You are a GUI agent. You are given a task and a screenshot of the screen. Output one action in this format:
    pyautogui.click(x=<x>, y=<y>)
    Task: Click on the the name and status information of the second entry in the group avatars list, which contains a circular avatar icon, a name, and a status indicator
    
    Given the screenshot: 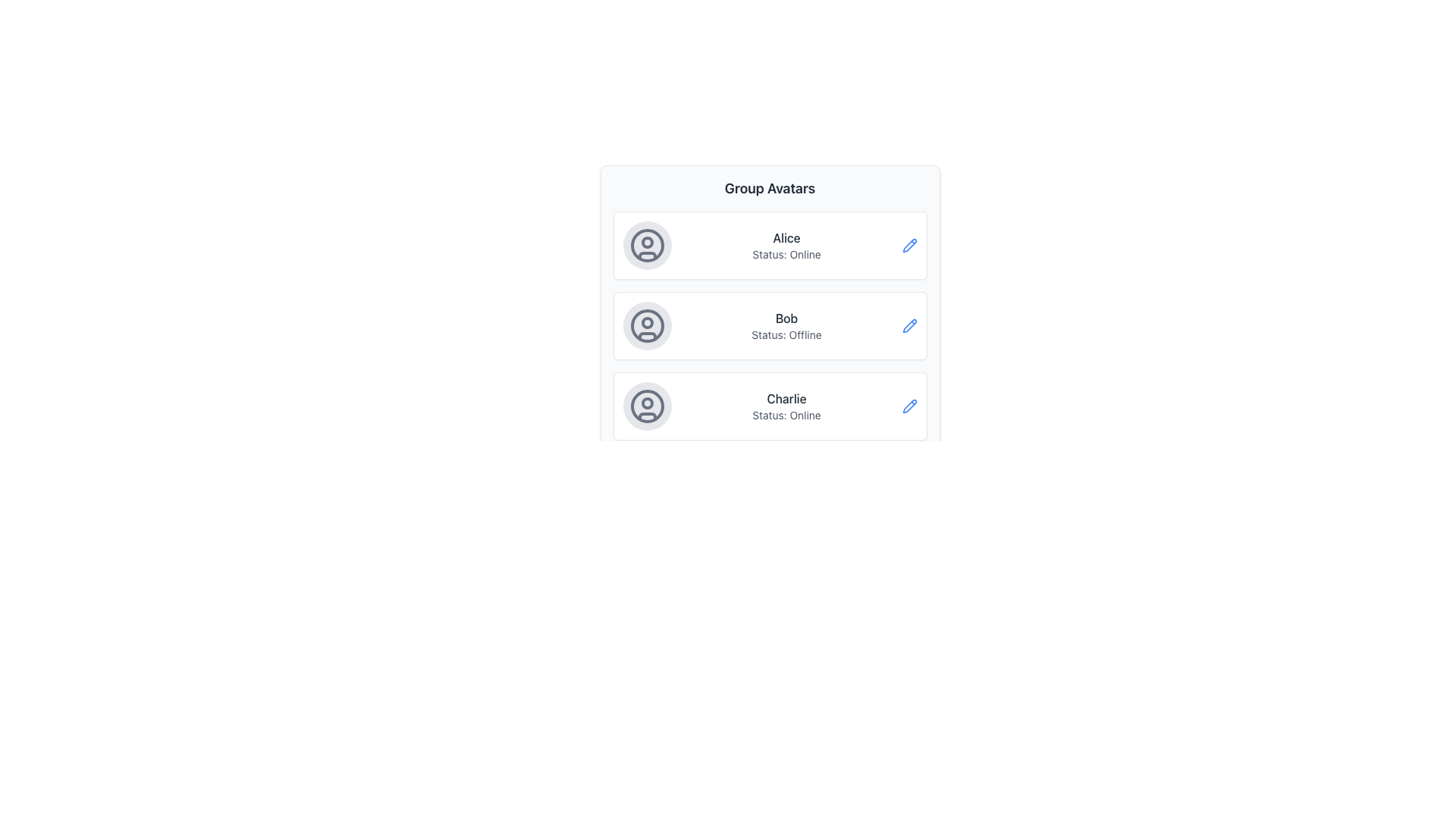 What is the action you would take?
    pyautogui.click(x=770, y=309)
    